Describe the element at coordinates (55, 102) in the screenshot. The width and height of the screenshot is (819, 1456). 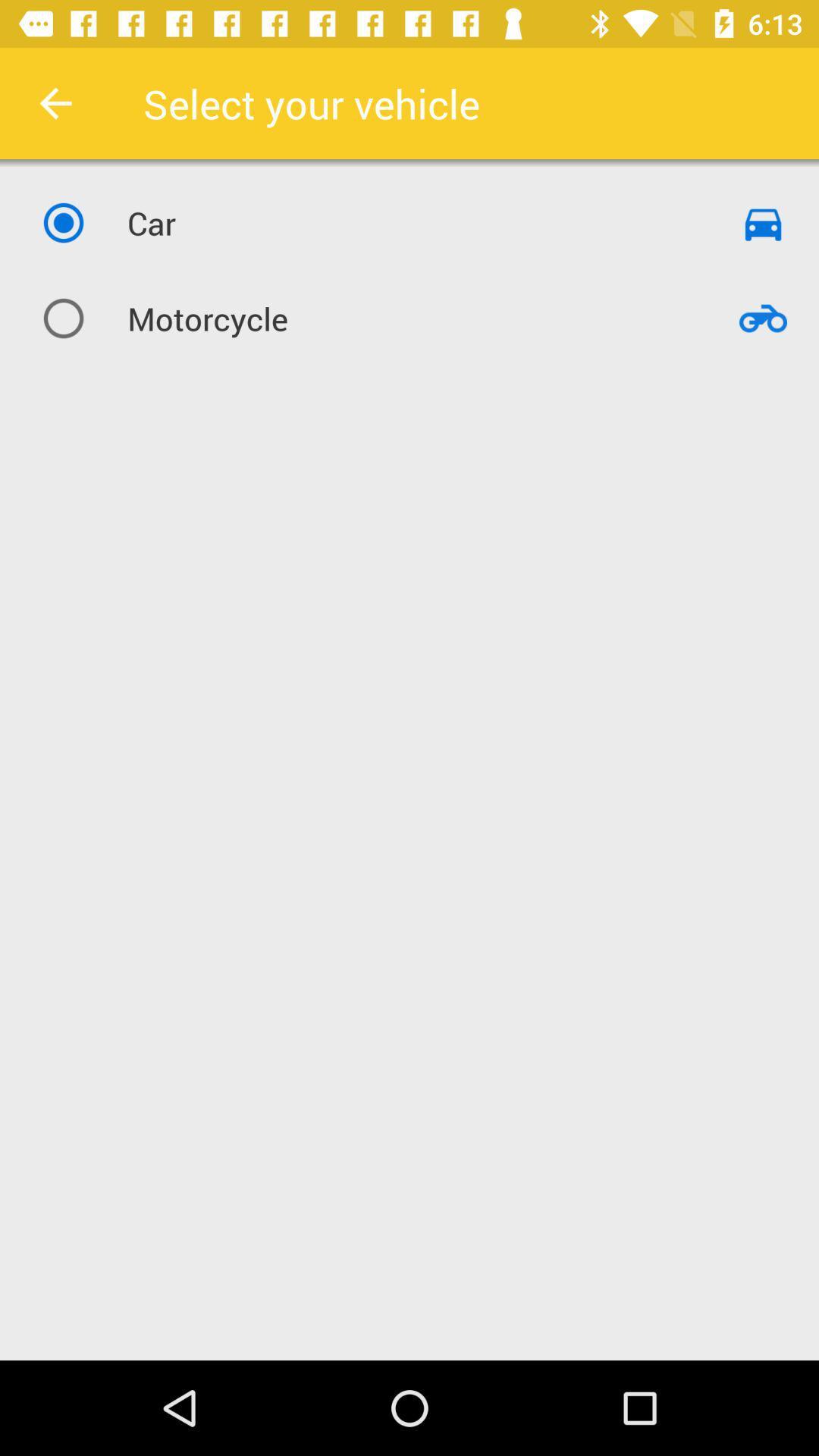
I see `the item next to the select your vehicle item` at that location.